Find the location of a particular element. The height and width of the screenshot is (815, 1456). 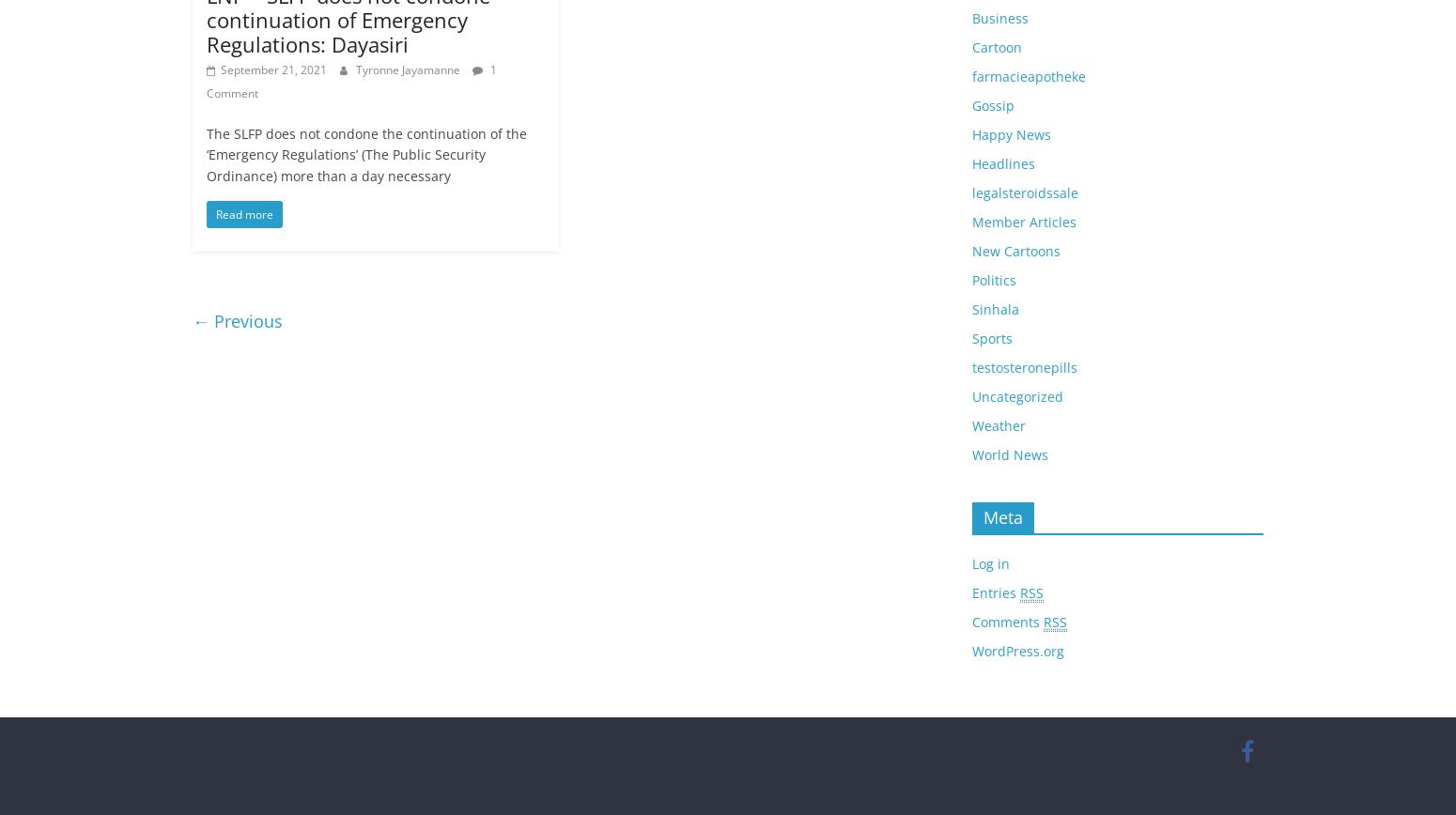

'WordPress.org' is located at coordinates (971, 651).